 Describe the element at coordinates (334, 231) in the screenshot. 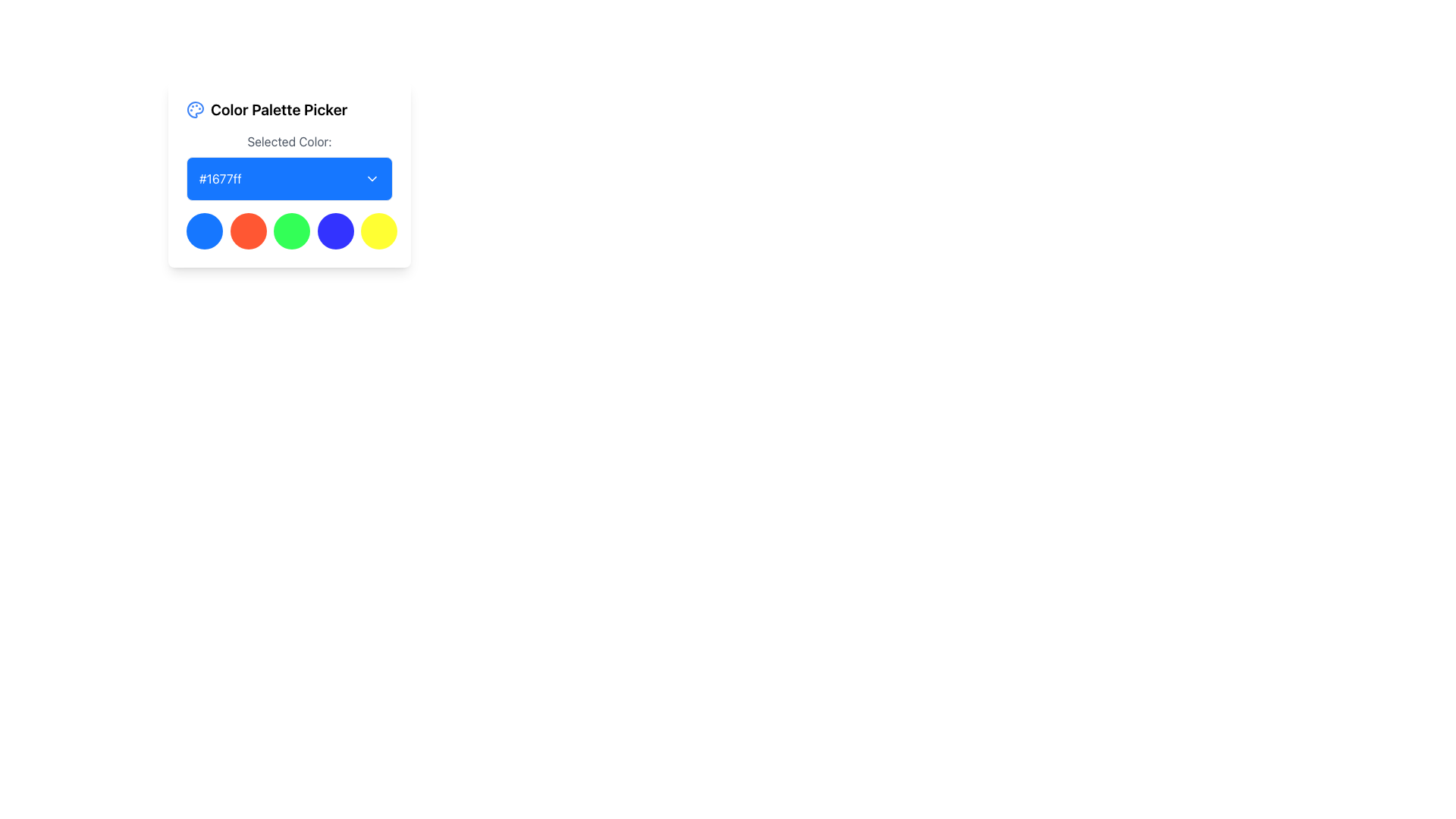

I see `the selectable color option button that changes the color setting to blue` at that location.